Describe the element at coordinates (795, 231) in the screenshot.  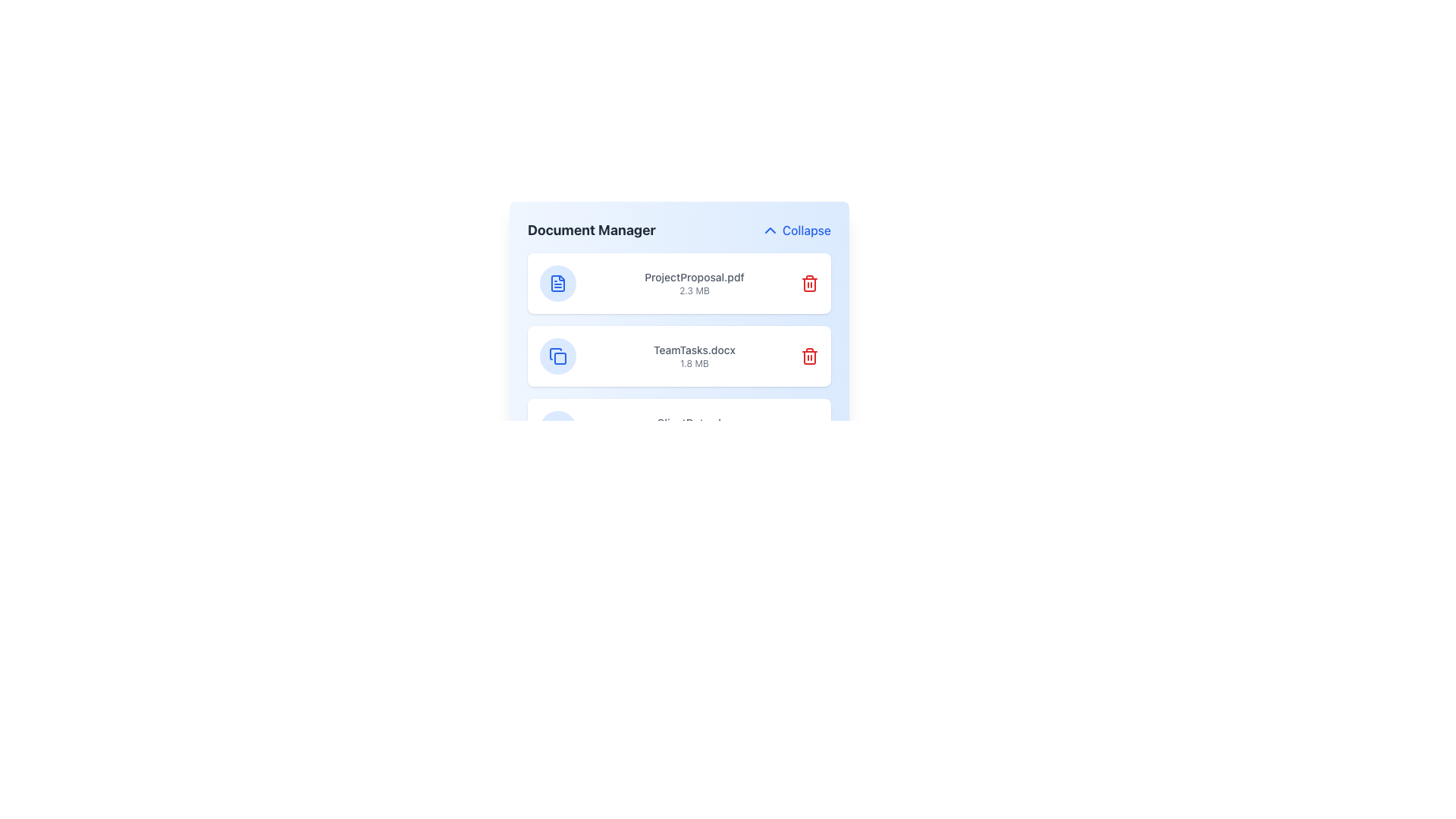
I see `the Button Link in the top-right corner of the 'Document Manager' section` at that location.